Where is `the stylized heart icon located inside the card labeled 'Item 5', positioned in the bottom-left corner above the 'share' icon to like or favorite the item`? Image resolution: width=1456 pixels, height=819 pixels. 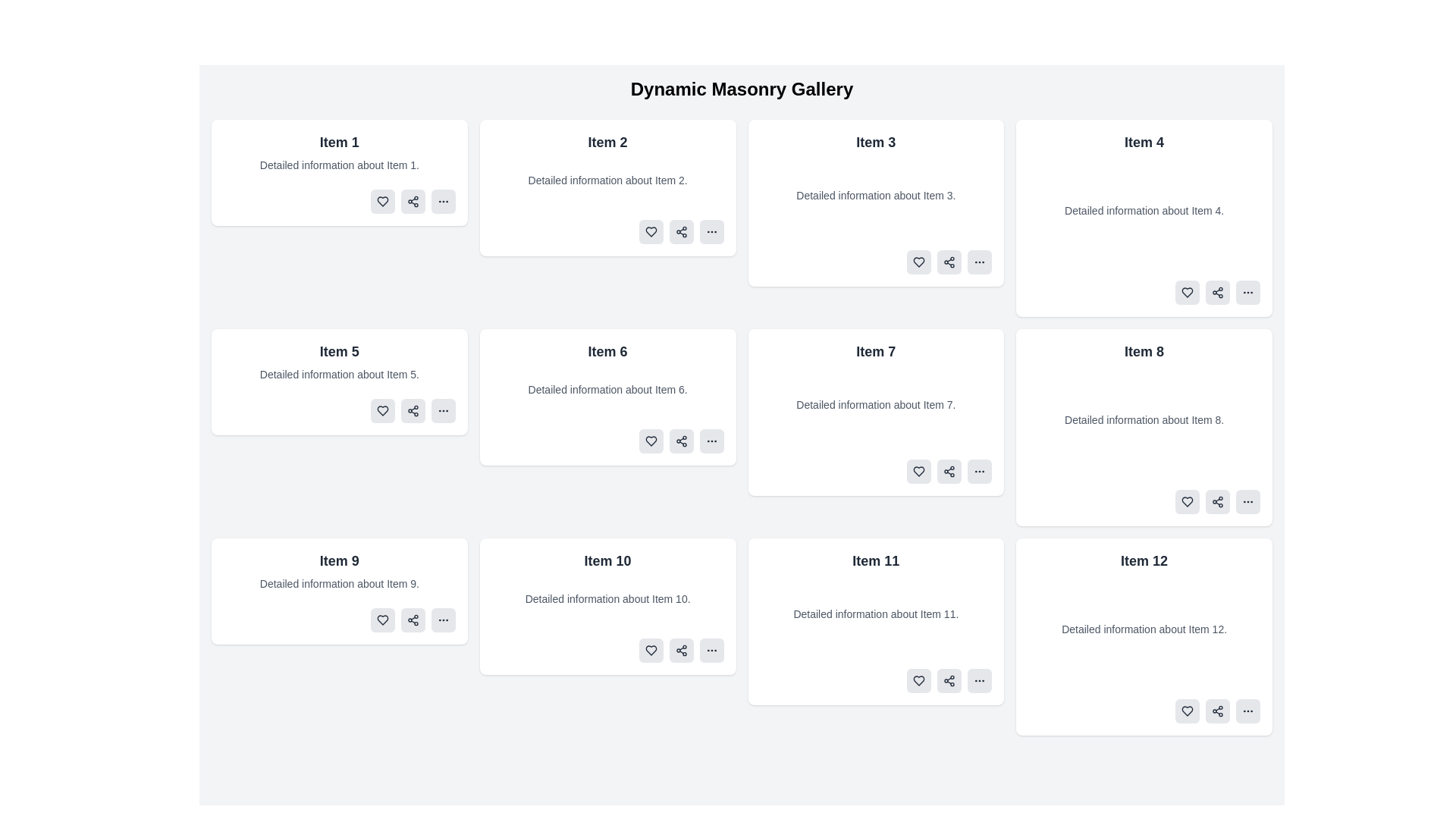 the stylized heart icon located inside the card labeled 'Item 5', positioned in the bottom-left corner above the 'share' icon to like or favorite the item is located at coordinates (382, 411).